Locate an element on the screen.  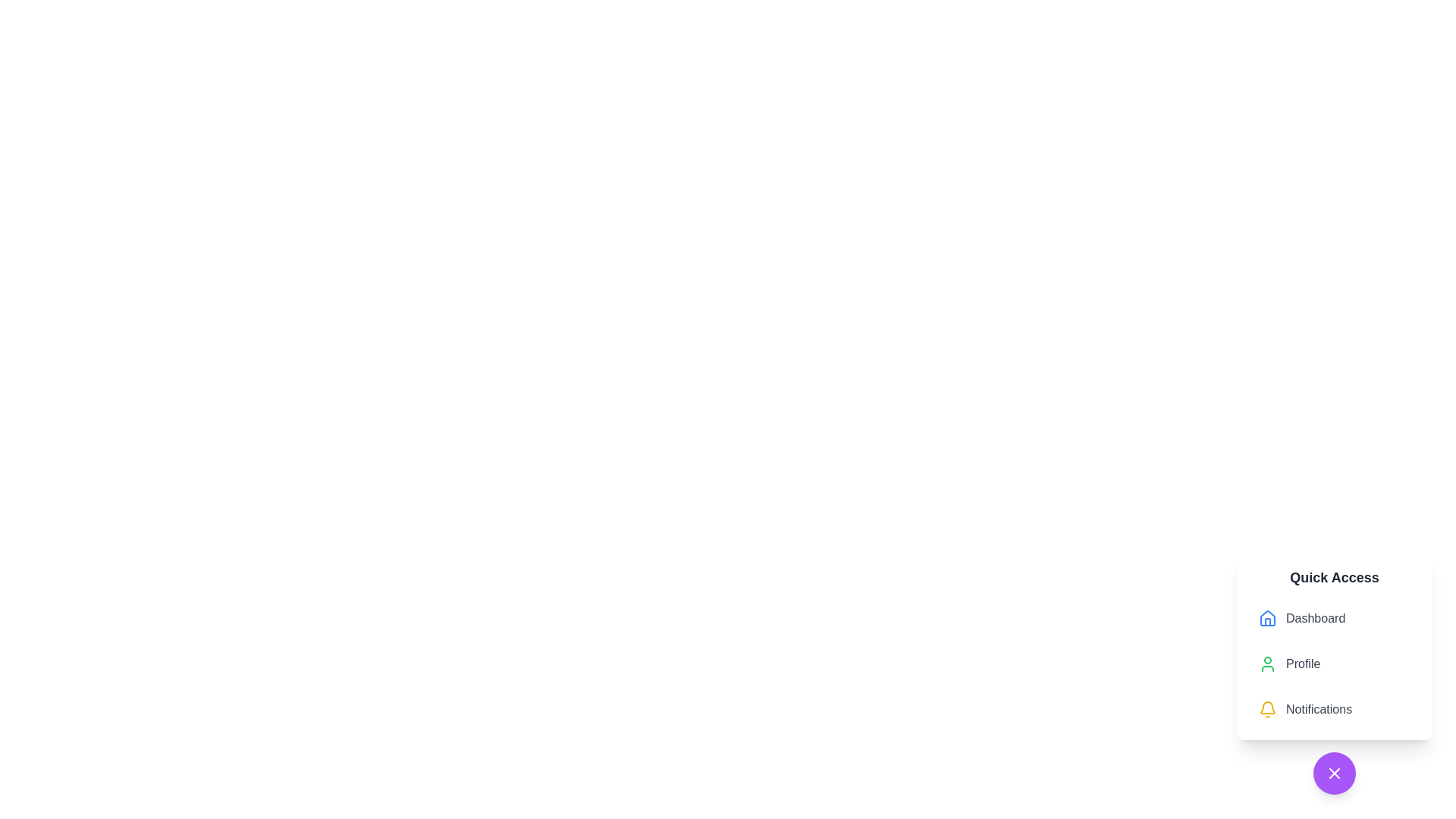
descriptive label identifying the corresponding menu option for the 'Dashboard' page, located under the 'Quick Access' heading, positioned to the right of a blue house-shaped icon is located at coordinates (1315, 619).